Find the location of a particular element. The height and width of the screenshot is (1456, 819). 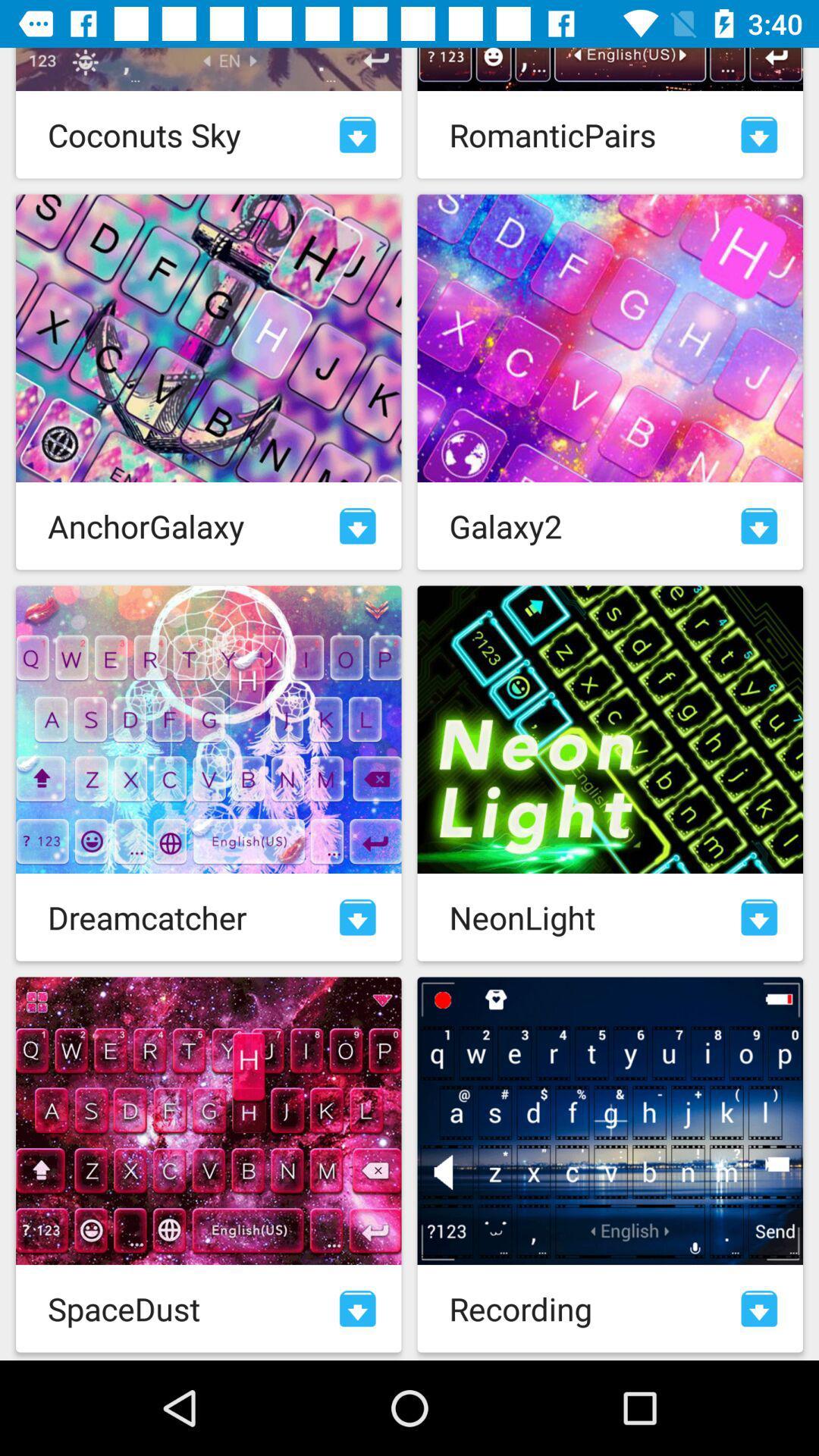

download spacedust is located at coordinates (357, 1307).